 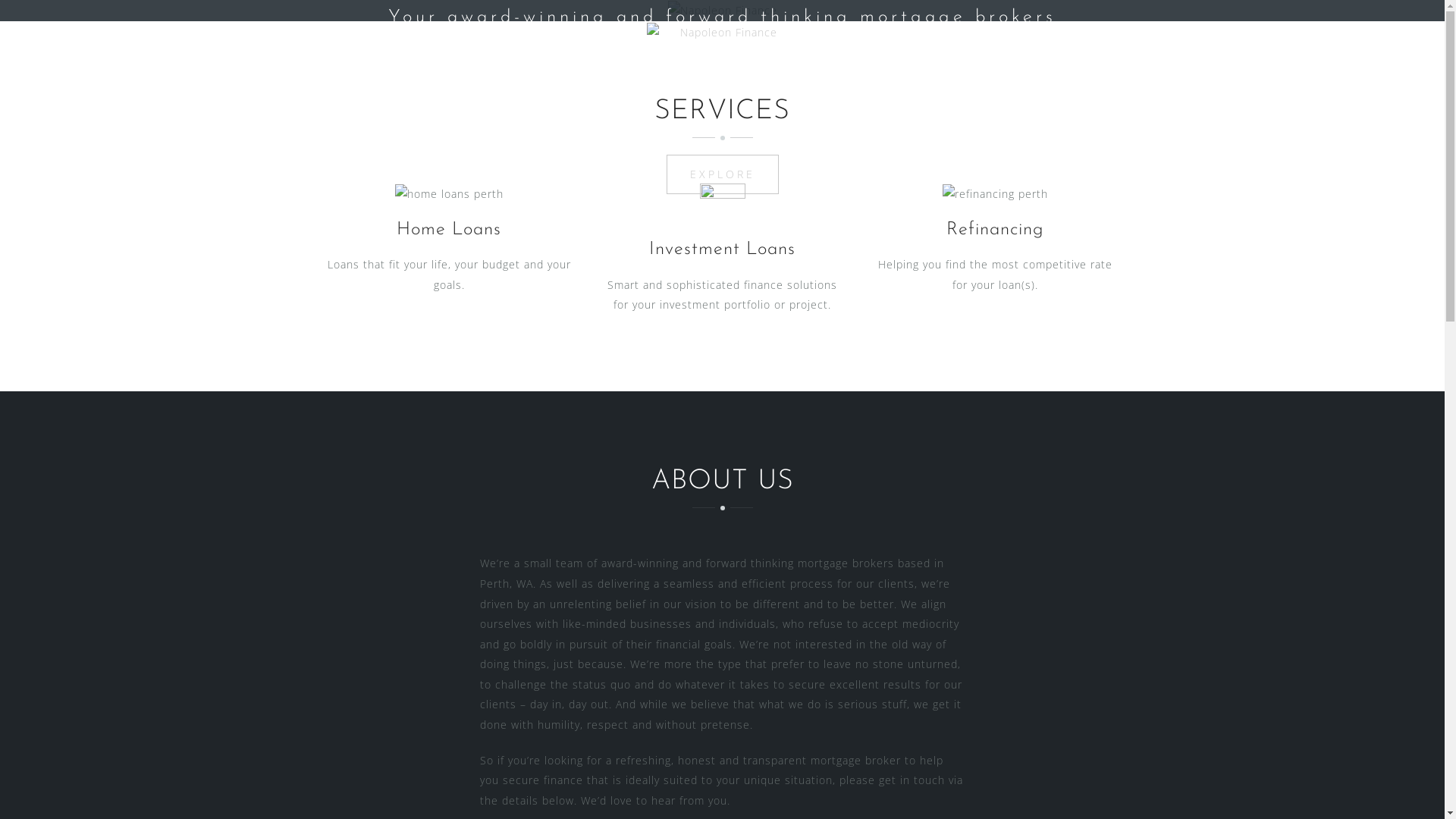 I want to click on 'Our Team', so click(x=662, y=79).